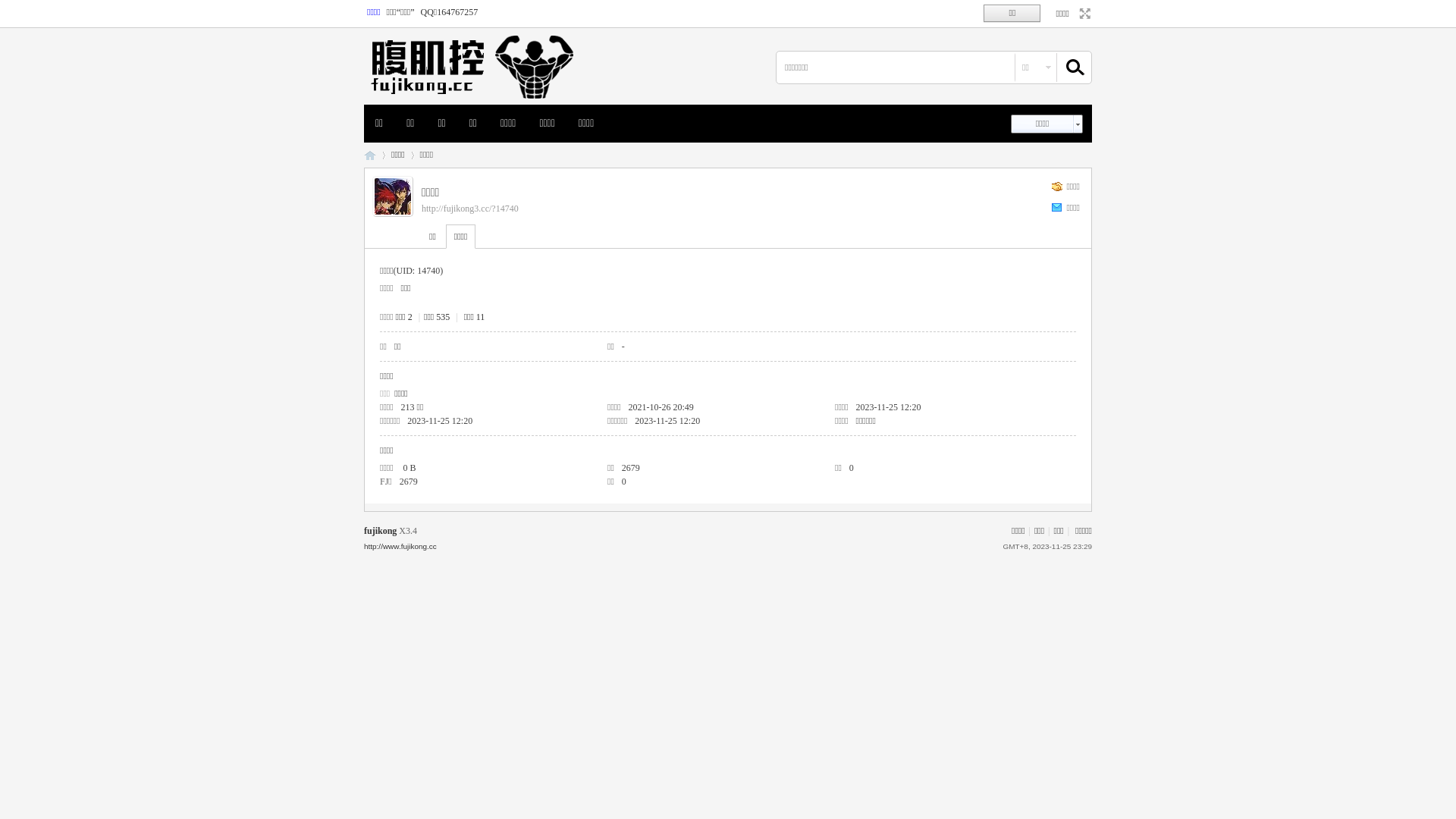 The image size is (1456, 819). I want to click on 'http://fujikong3.cc/?14740', so click(469, 208).